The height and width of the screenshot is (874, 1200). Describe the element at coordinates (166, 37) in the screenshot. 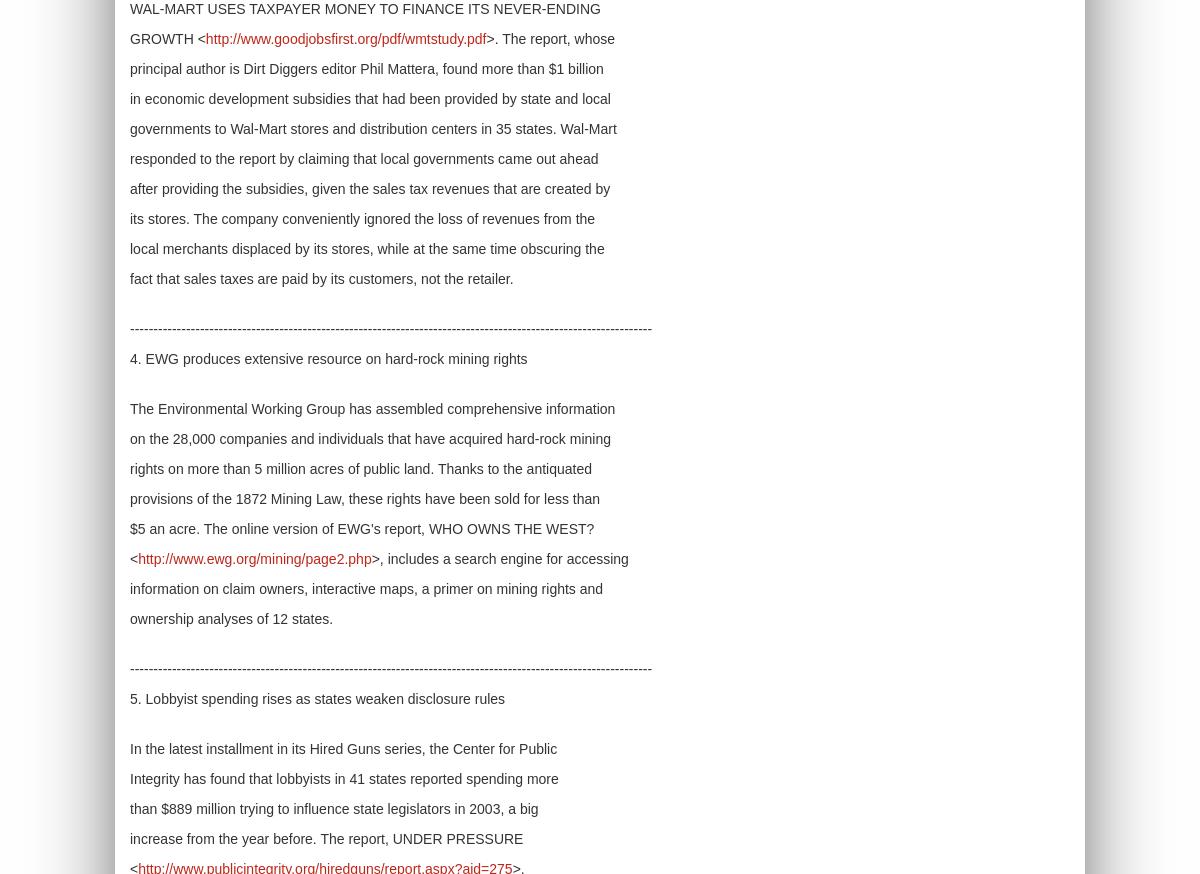

I see `'GROWTH <'` at that location.